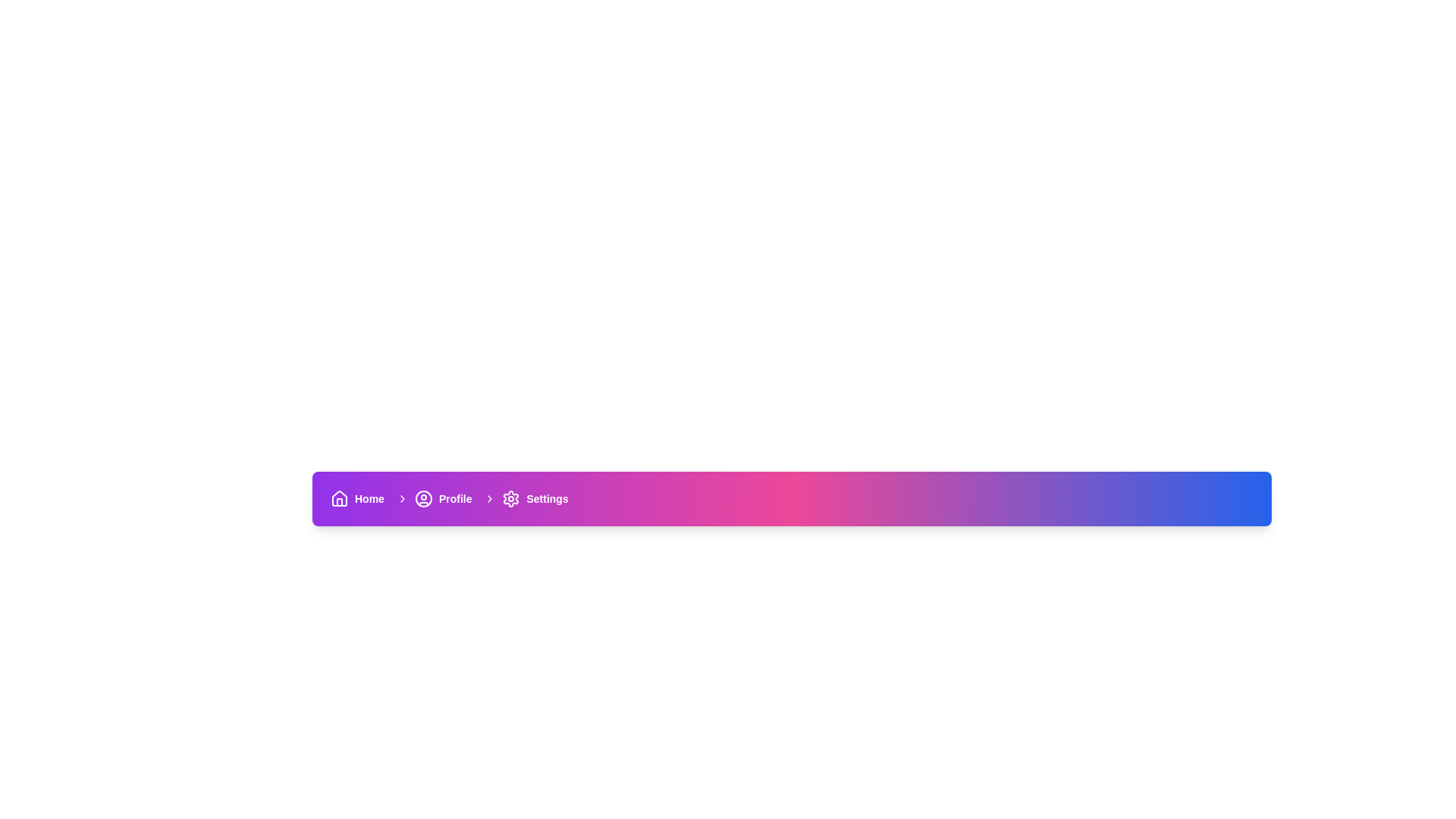  What do you see at coordinates (423, 499) in the screenshot?
I see `the SVG Circle that is part of the 'Profile' icon in the navigation bar at the bottom center of the interface` at bounding box center [423, 499].